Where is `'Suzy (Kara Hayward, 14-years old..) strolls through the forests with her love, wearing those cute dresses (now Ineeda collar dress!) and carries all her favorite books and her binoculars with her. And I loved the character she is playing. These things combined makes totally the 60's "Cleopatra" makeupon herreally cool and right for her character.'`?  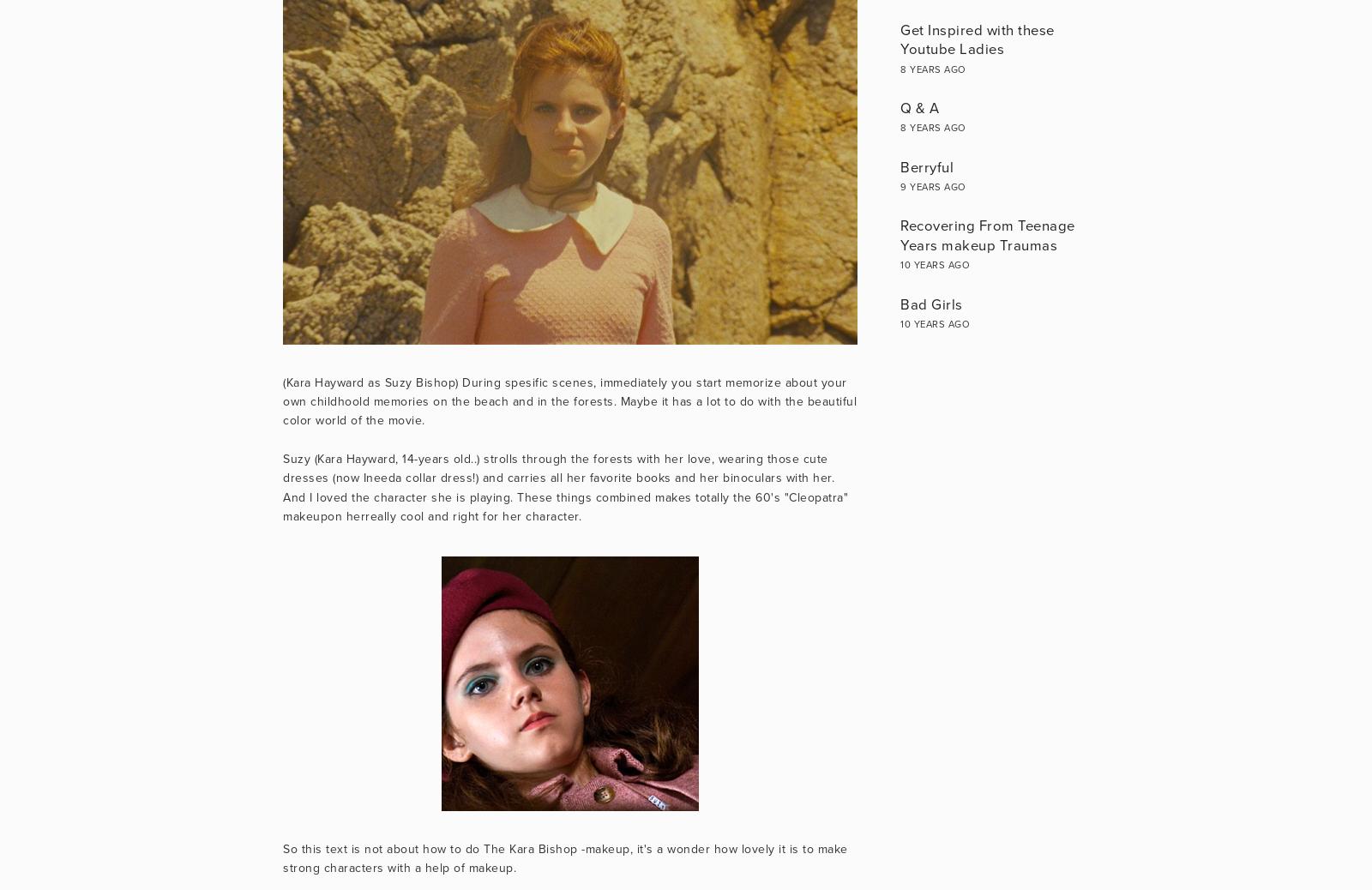 'Suzy (Kara Hayward, 14-years old..) strolls through the forests with her love, wearing those cute dresses (now Ineeda collar dress!) and carries all her favorite books and her binoculars with her. And I loved the character she is playing. These things combined makes totally the 60's "Cleopatra" makeupon herreally cool and right for her character.' is located at coordinates (282, 487).